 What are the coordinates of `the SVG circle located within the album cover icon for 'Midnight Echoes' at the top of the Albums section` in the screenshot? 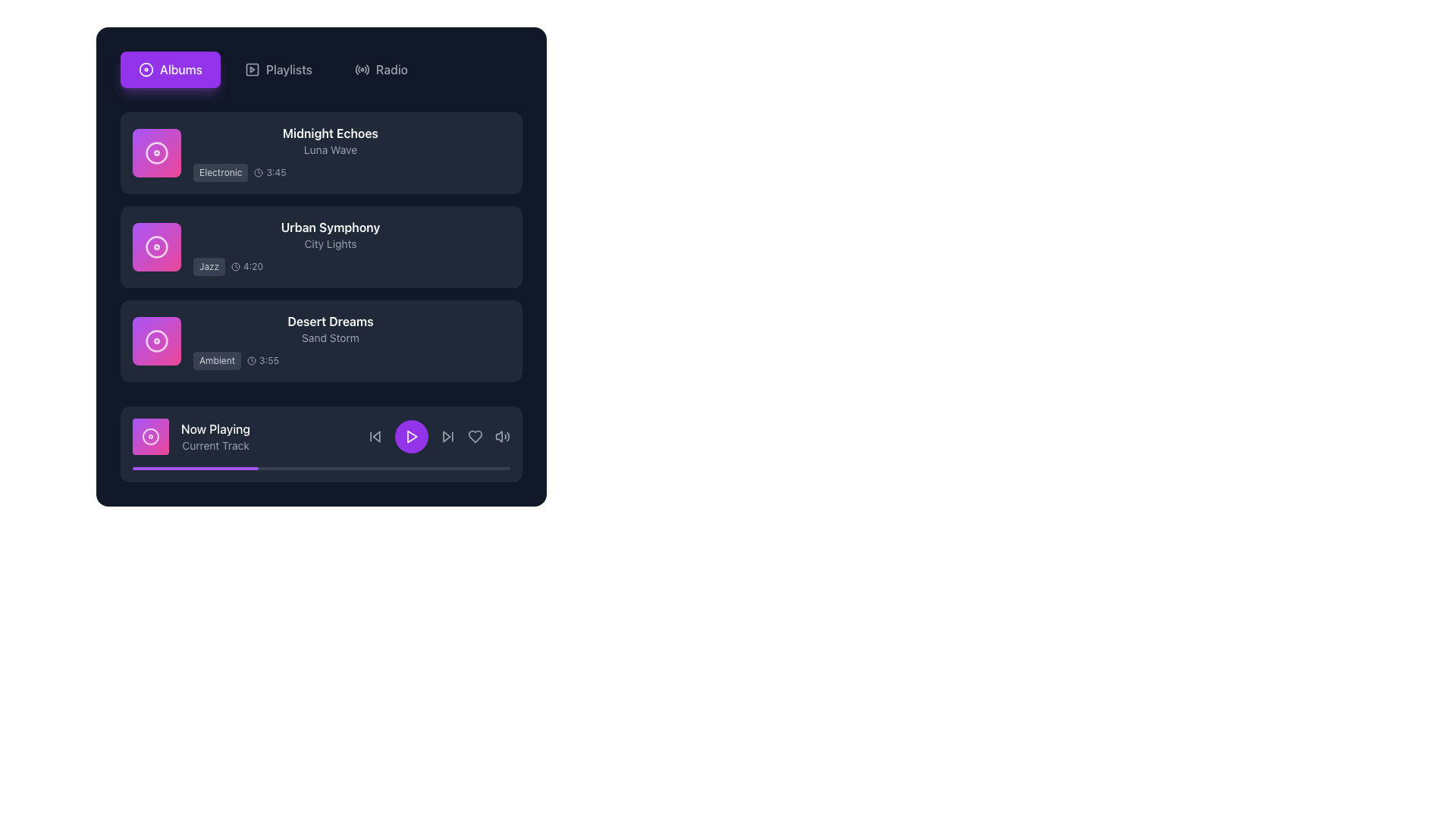 It's located at (156, 152).